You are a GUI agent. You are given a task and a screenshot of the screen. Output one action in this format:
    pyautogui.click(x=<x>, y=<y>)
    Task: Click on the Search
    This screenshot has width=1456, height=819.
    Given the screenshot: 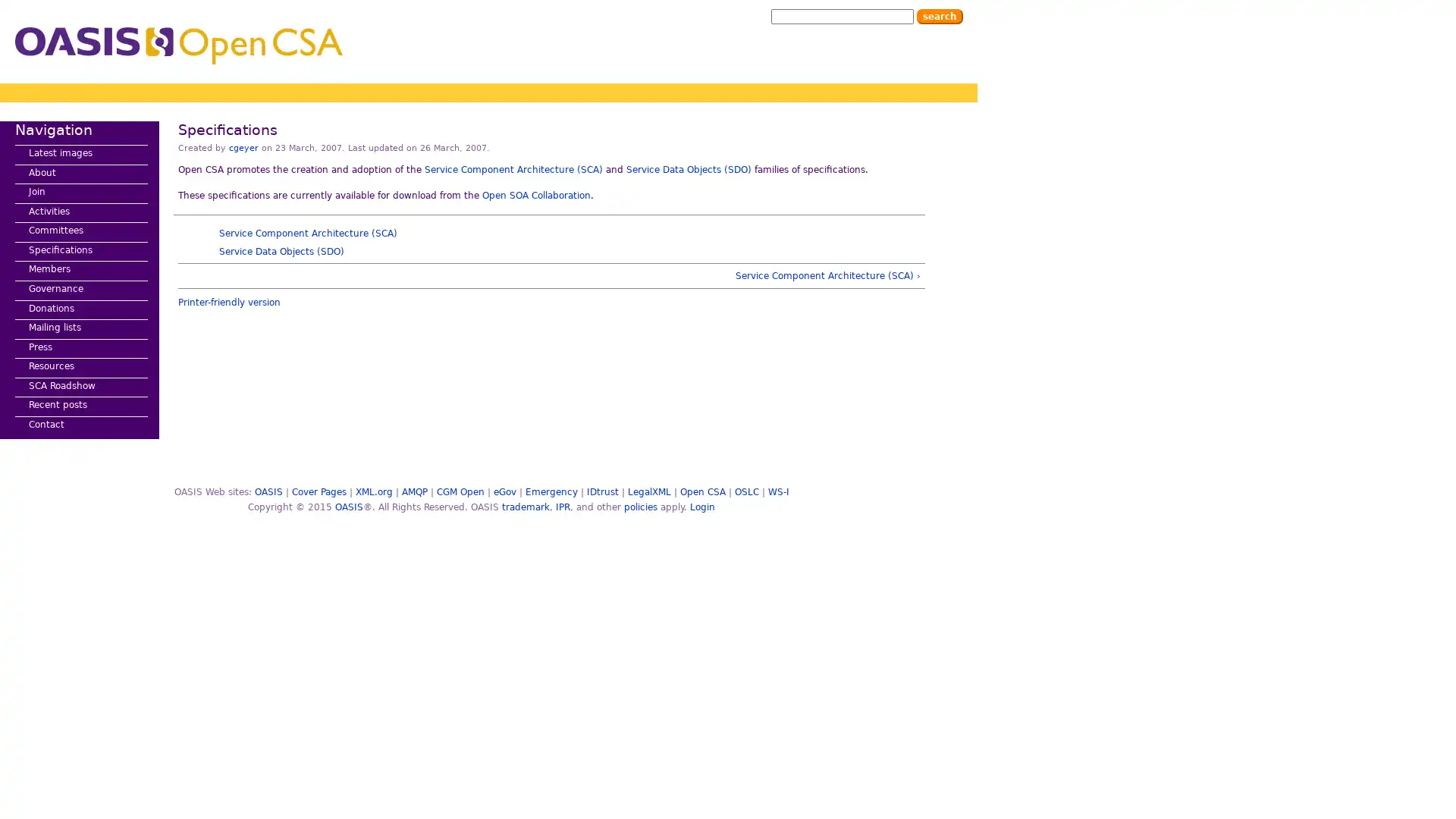 What is the action you would take?
    pyautogui.click(x=939, y=17)
    